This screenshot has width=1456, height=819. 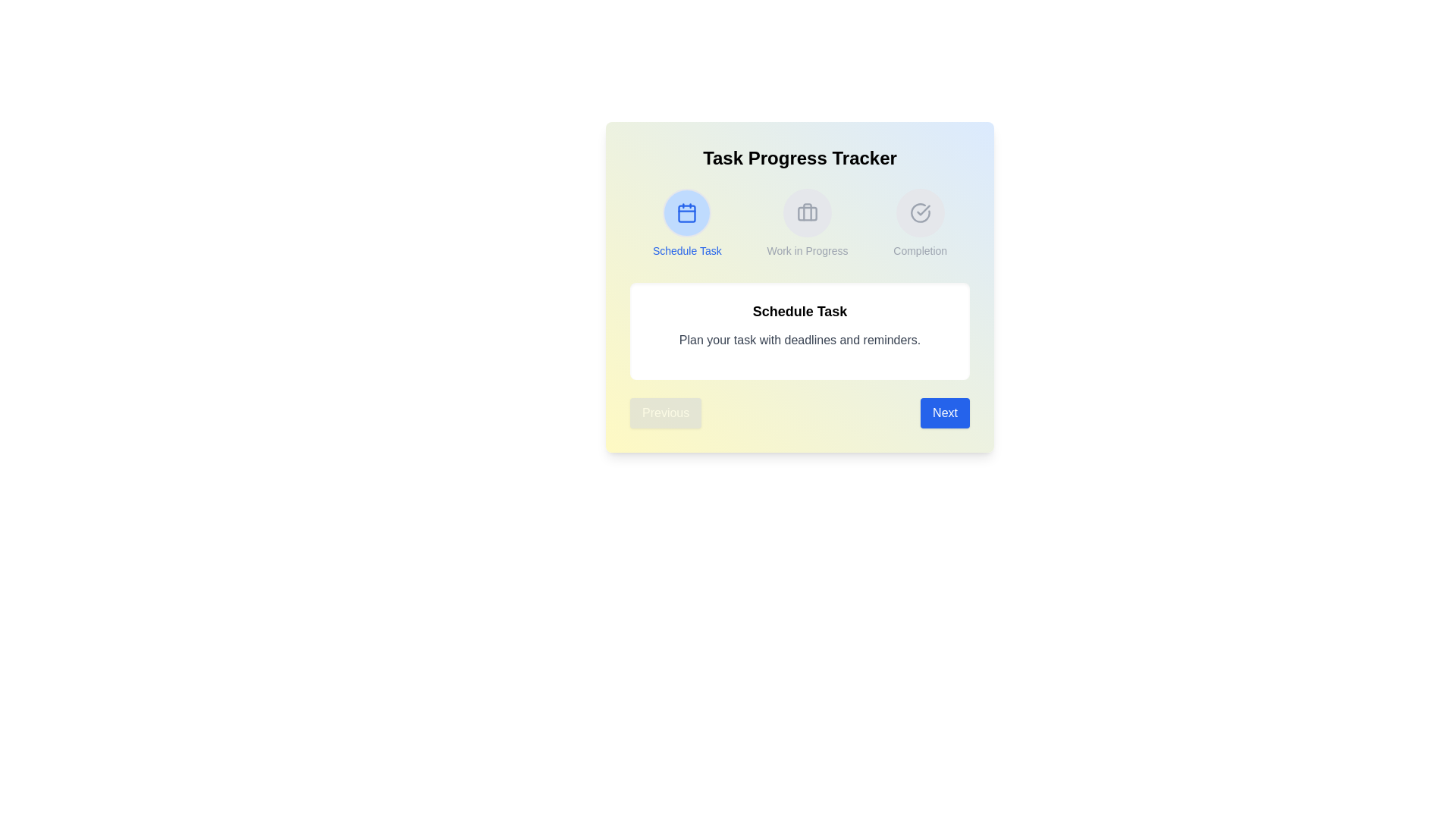 I want to click on the step icon corresponding to Work in Progress, so click(x=807, y=213).